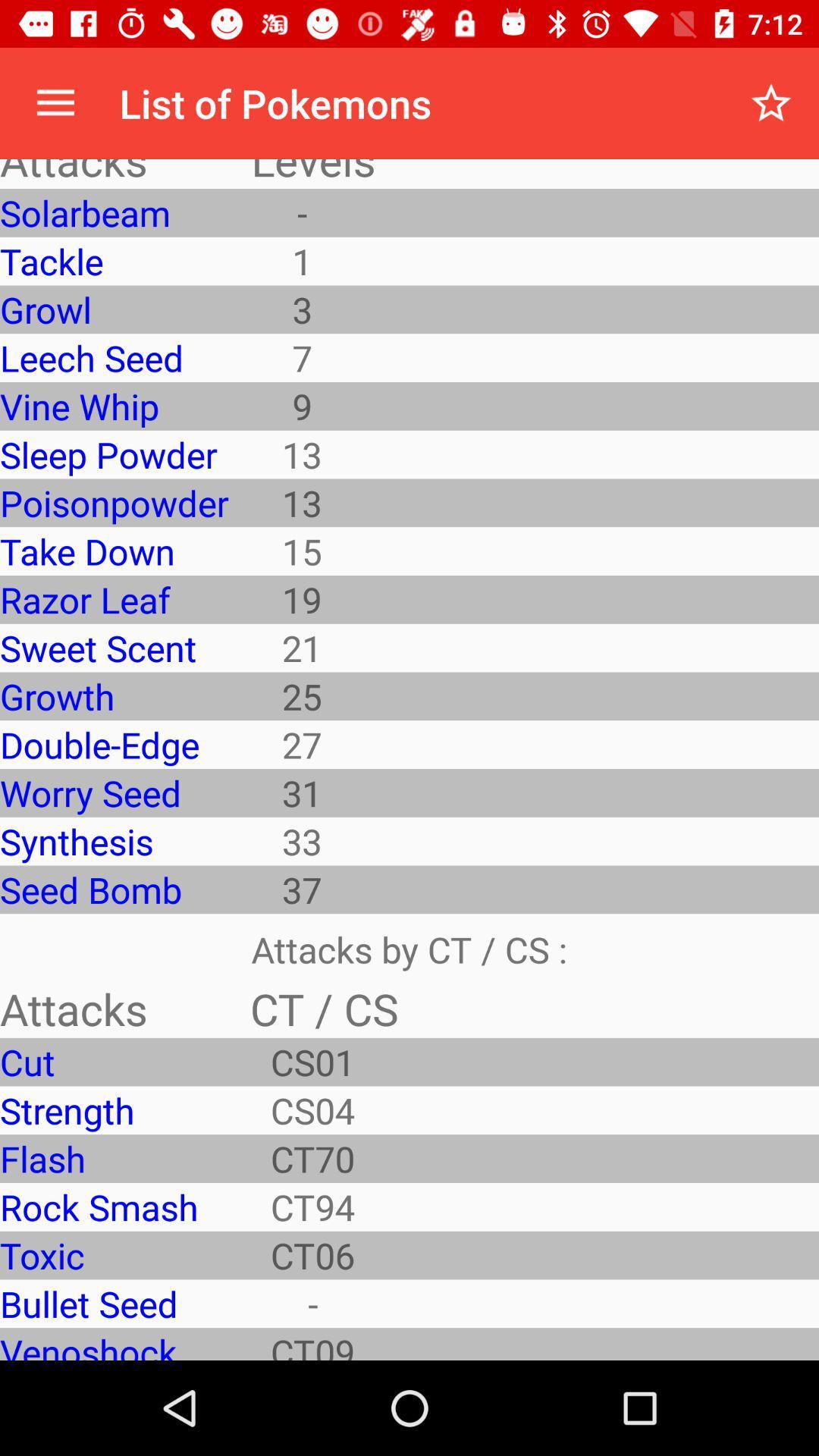 The image size is (819, 1456). Describe the element at coordinates (113, 1344) in the screenshot. I see `venoshock` at that location.